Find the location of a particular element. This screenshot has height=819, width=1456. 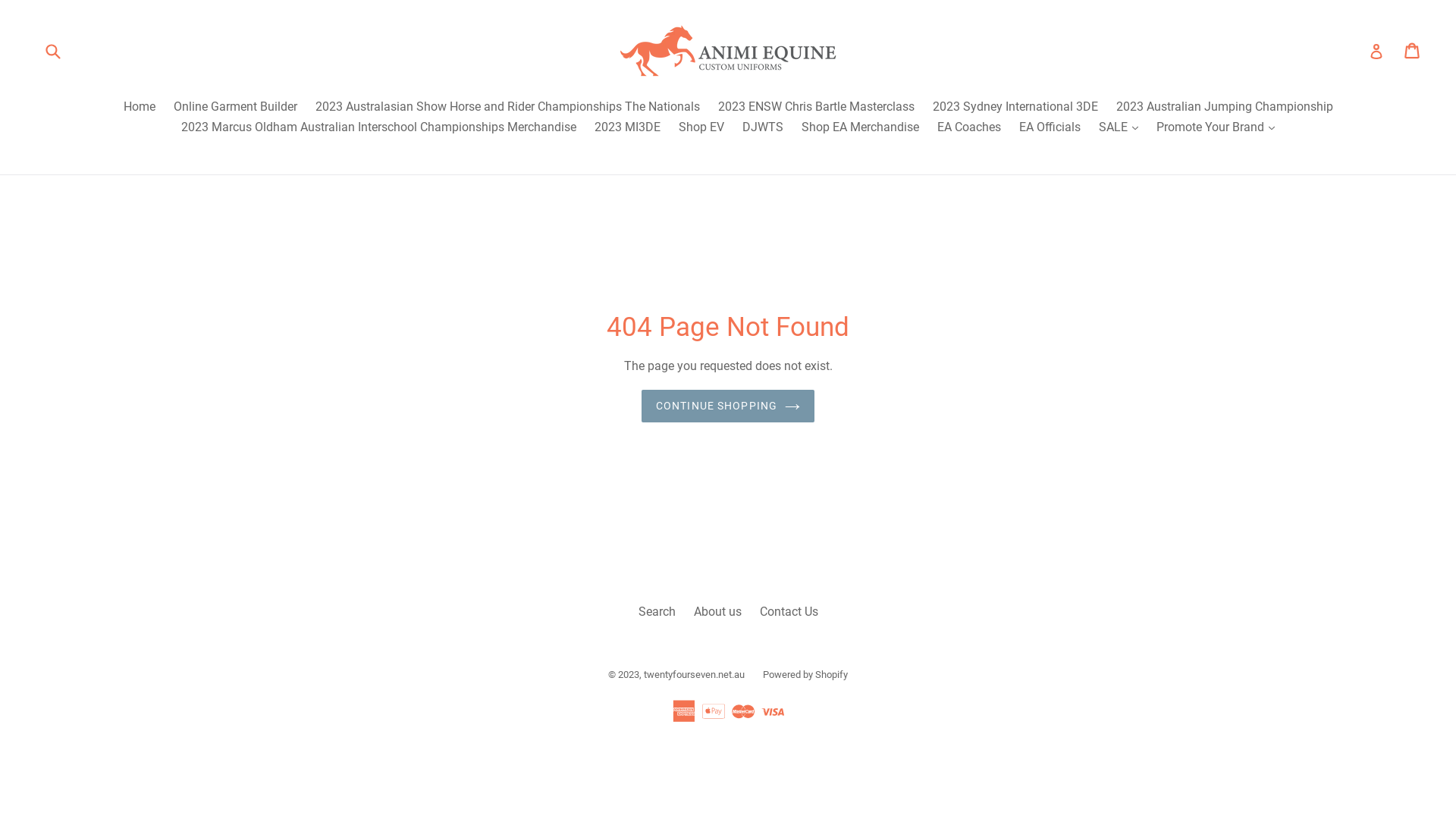

'About us' is located at coordinates (716, 610).